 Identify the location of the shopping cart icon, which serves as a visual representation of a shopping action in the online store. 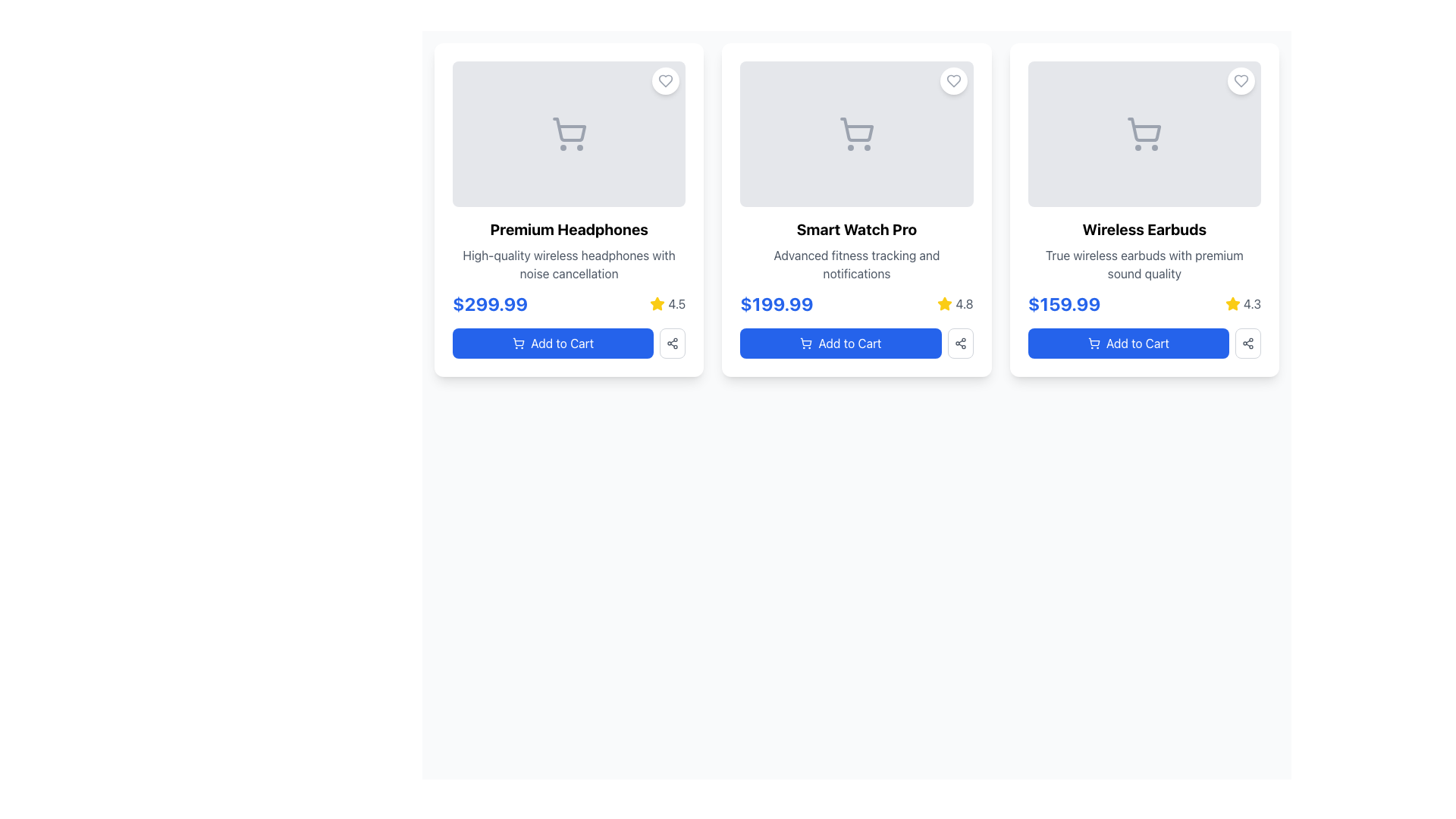
(856, 133).